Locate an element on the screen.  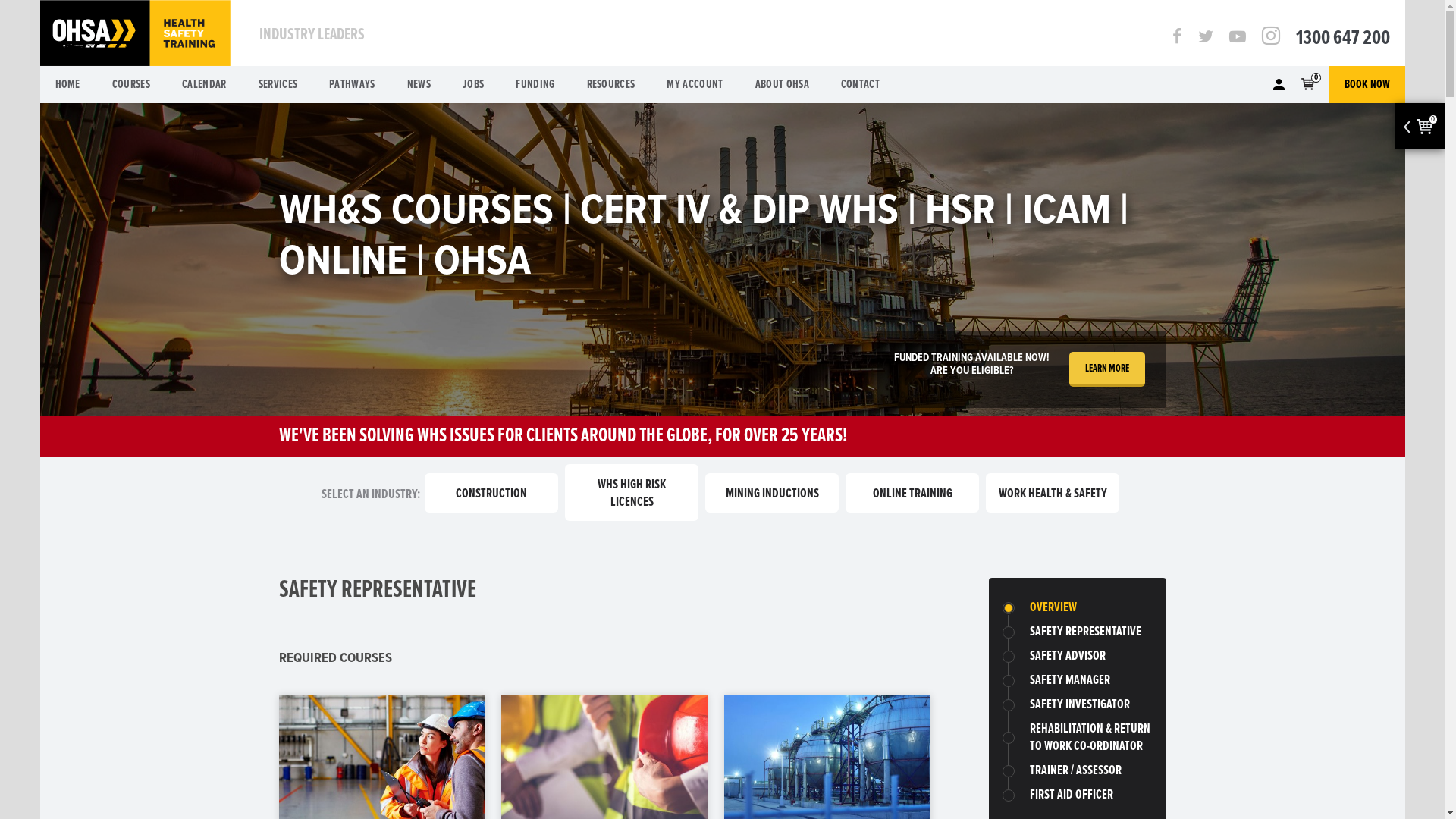
'SAFETY REPRESENTATIVE' is located at coordinates (1084, 632).